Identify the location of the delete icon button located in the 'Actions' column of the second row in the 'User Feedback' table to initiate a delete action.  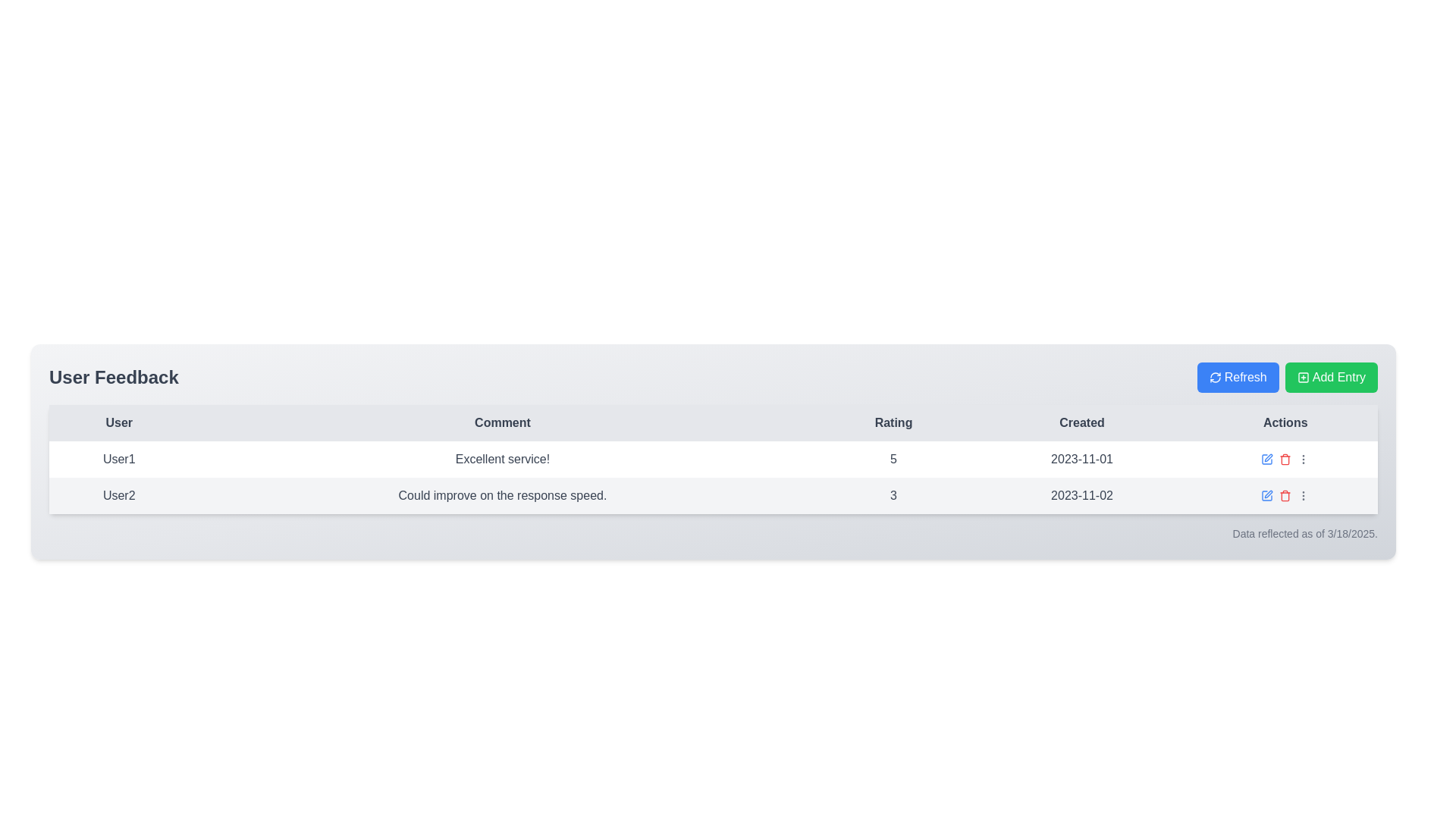
(1284, 496).